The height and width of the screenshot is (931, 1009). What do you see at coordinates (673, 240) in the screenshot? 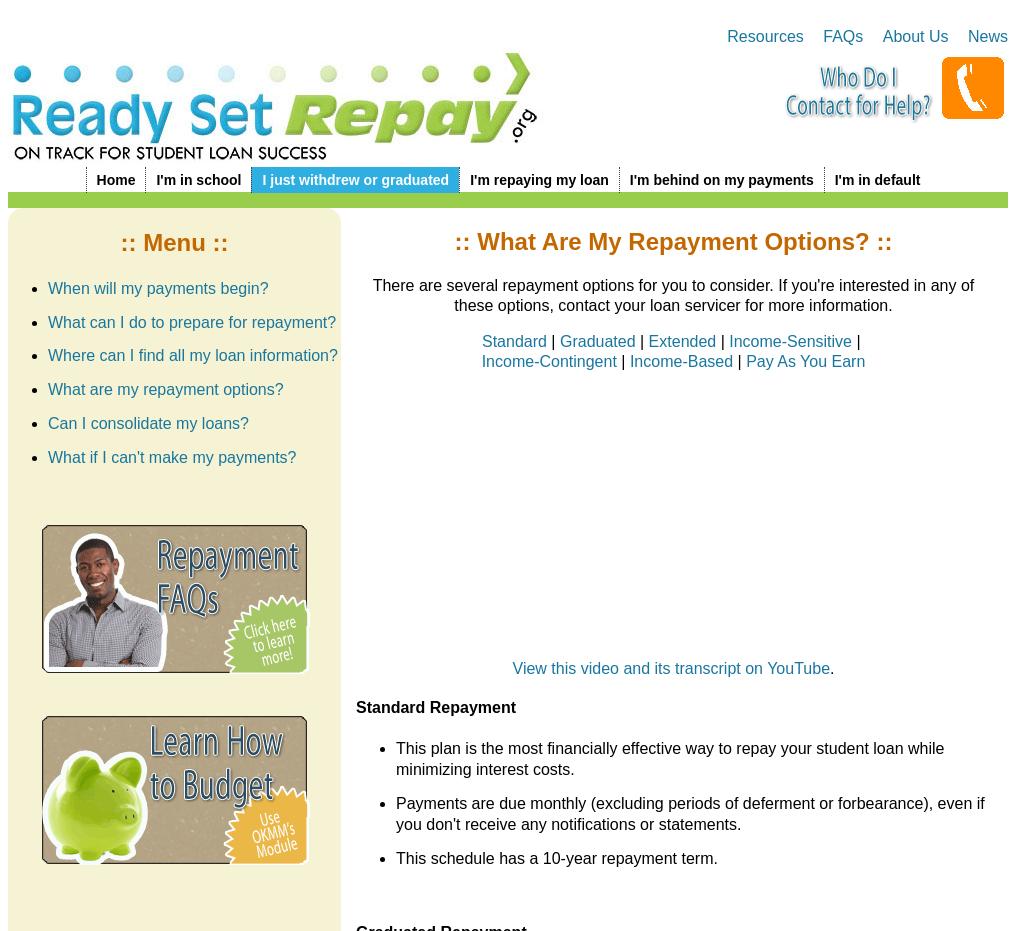
I see `':: What Are My Repayment Options? ::'` at bounding box center [673, 240].